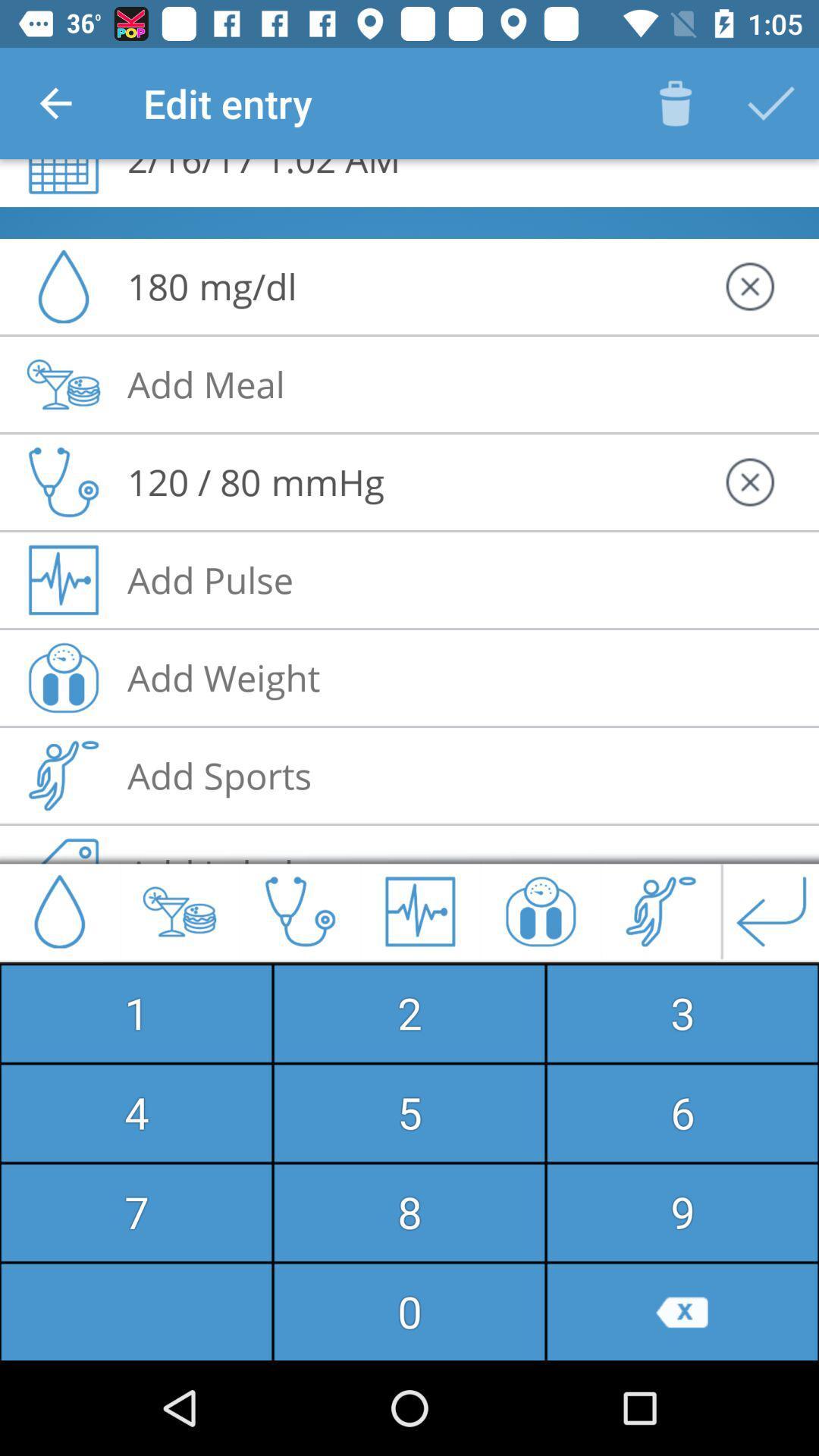  What do you see at coordinates (748, 482) in the screenshot?
I see `the close icon` at bounding box center [748, 482].